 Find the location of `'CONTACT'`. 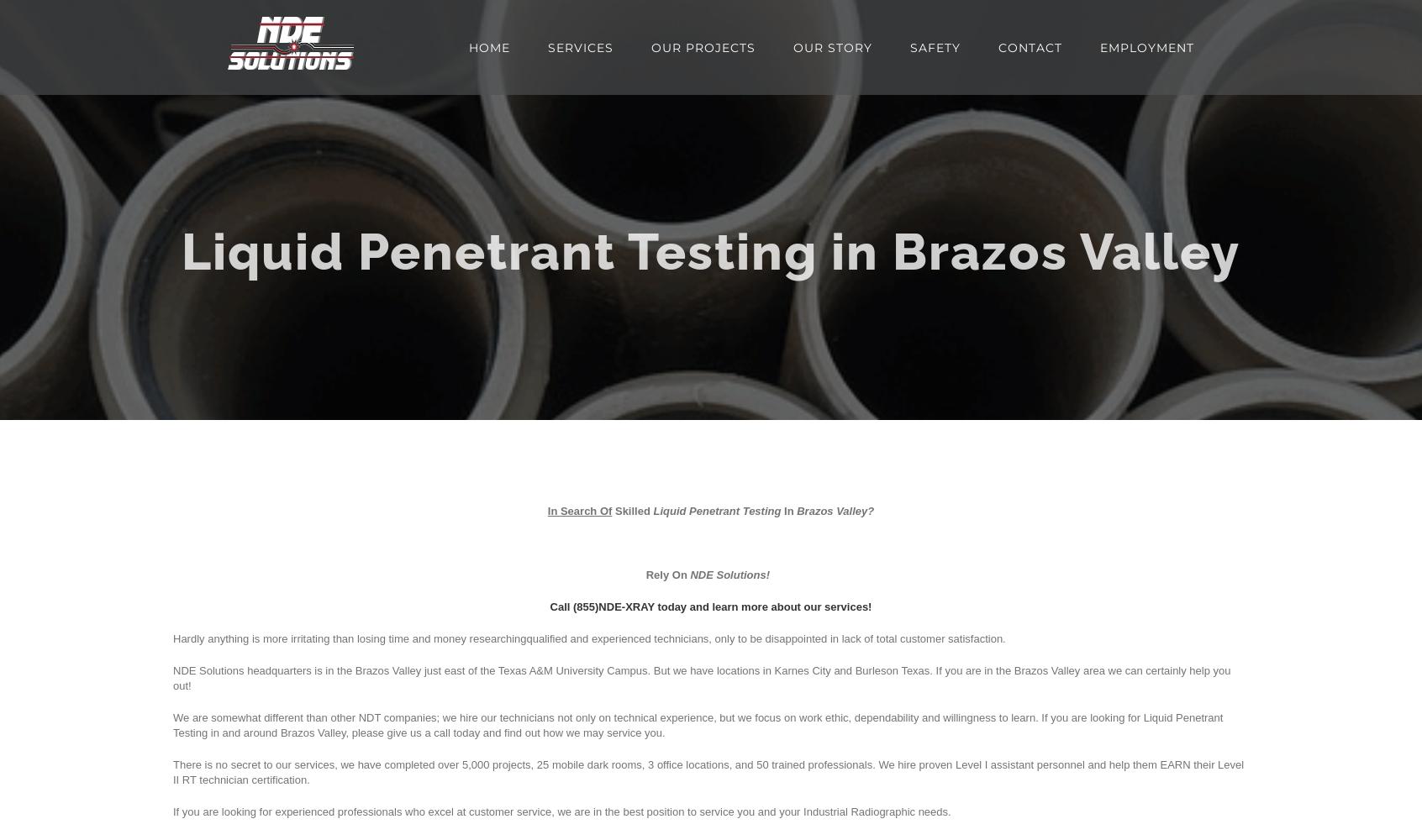

'CONTACT' is located at coordinates (996, 47).